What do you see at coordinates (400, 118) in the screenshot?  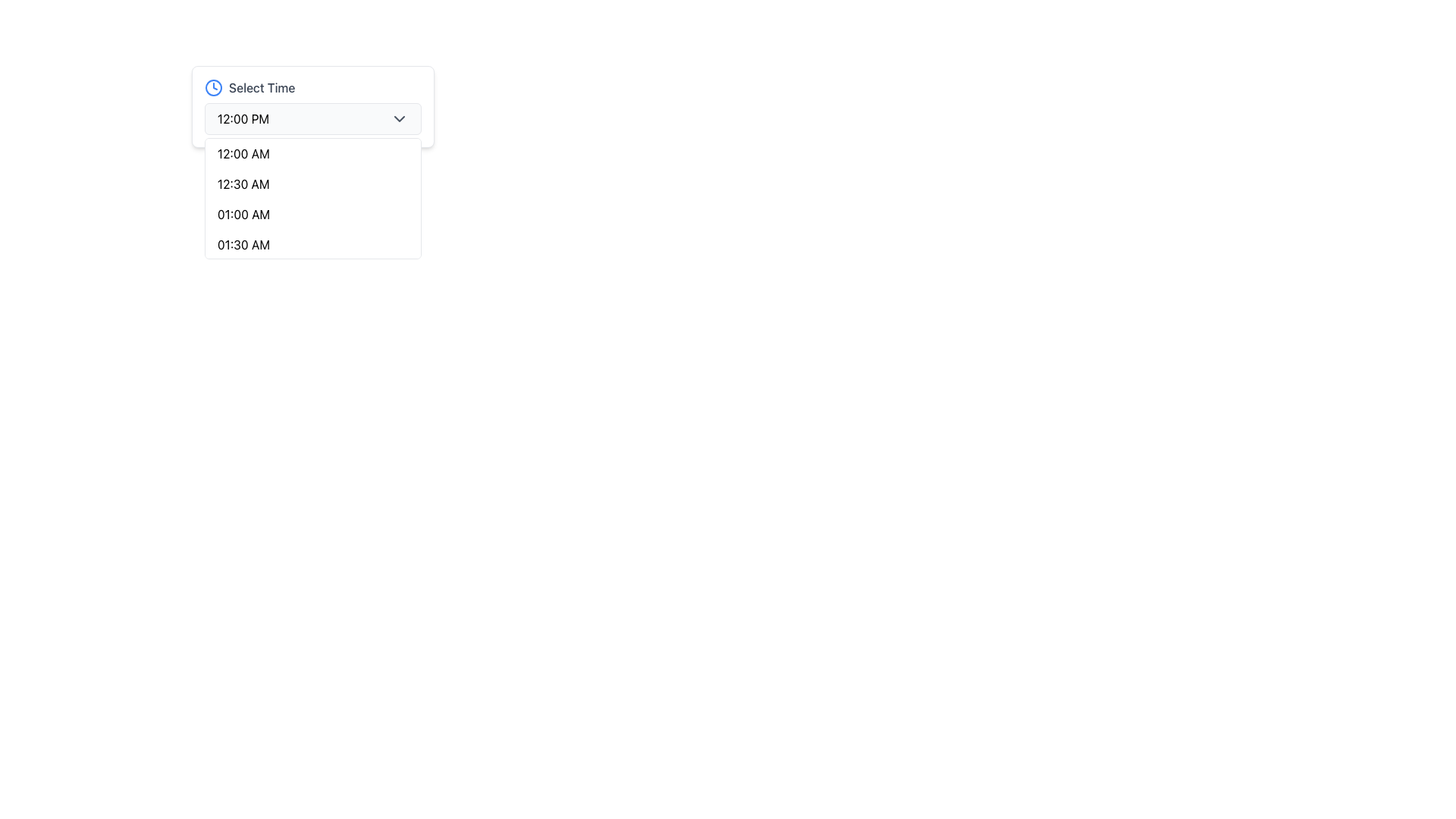 I see `the icon that serves as a visual indicator for expanding or collapsing the dropdown list for time selection, located at the far-right next to the displayed time value '12:00 PM'` at bounding box center [400, 118].